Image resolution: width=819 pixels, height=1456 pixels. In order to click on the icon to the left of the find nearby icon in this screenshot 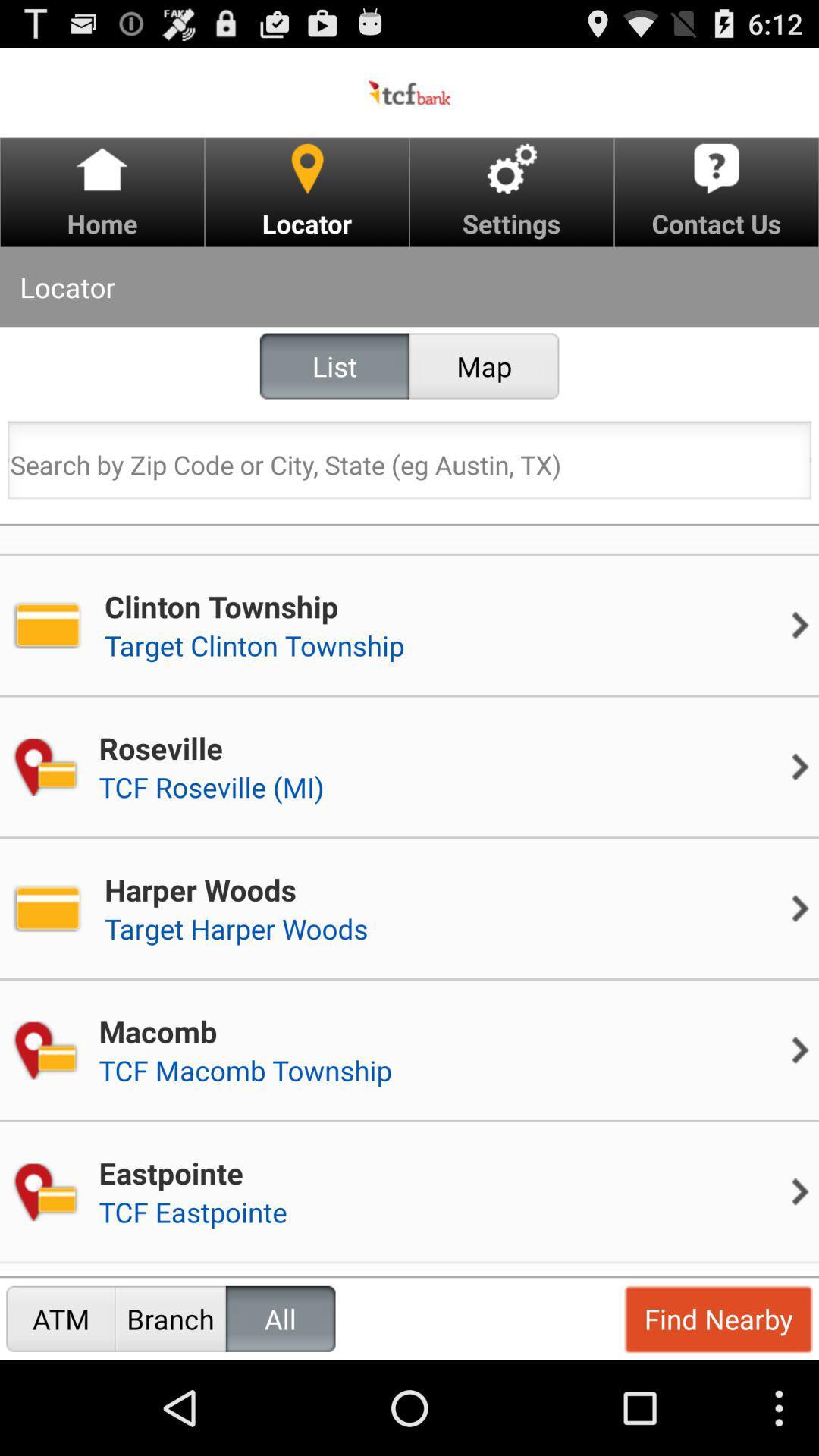, I will do `click(281, 1318)`.